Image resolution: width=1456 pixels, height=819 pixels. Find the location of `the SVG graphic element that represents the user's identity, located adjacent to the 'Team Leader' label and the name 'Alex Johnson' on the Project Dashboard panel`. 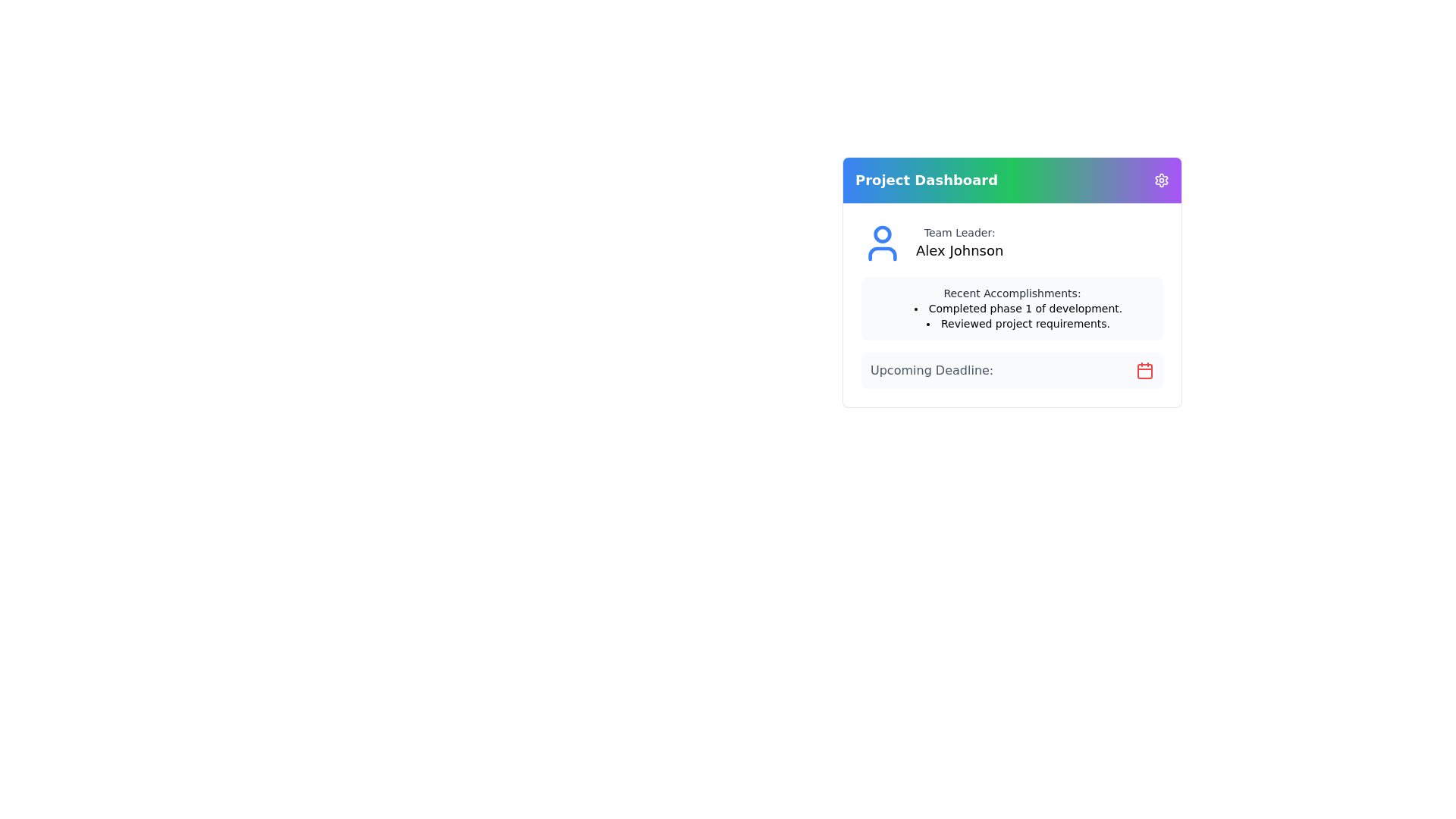

the SVG graphic element that represents the user's identity, located adjacent to the 'Team Leader' label and the name 'Alex Johnson' on the Project Dashboard panel is located at coordinates (882, 234).